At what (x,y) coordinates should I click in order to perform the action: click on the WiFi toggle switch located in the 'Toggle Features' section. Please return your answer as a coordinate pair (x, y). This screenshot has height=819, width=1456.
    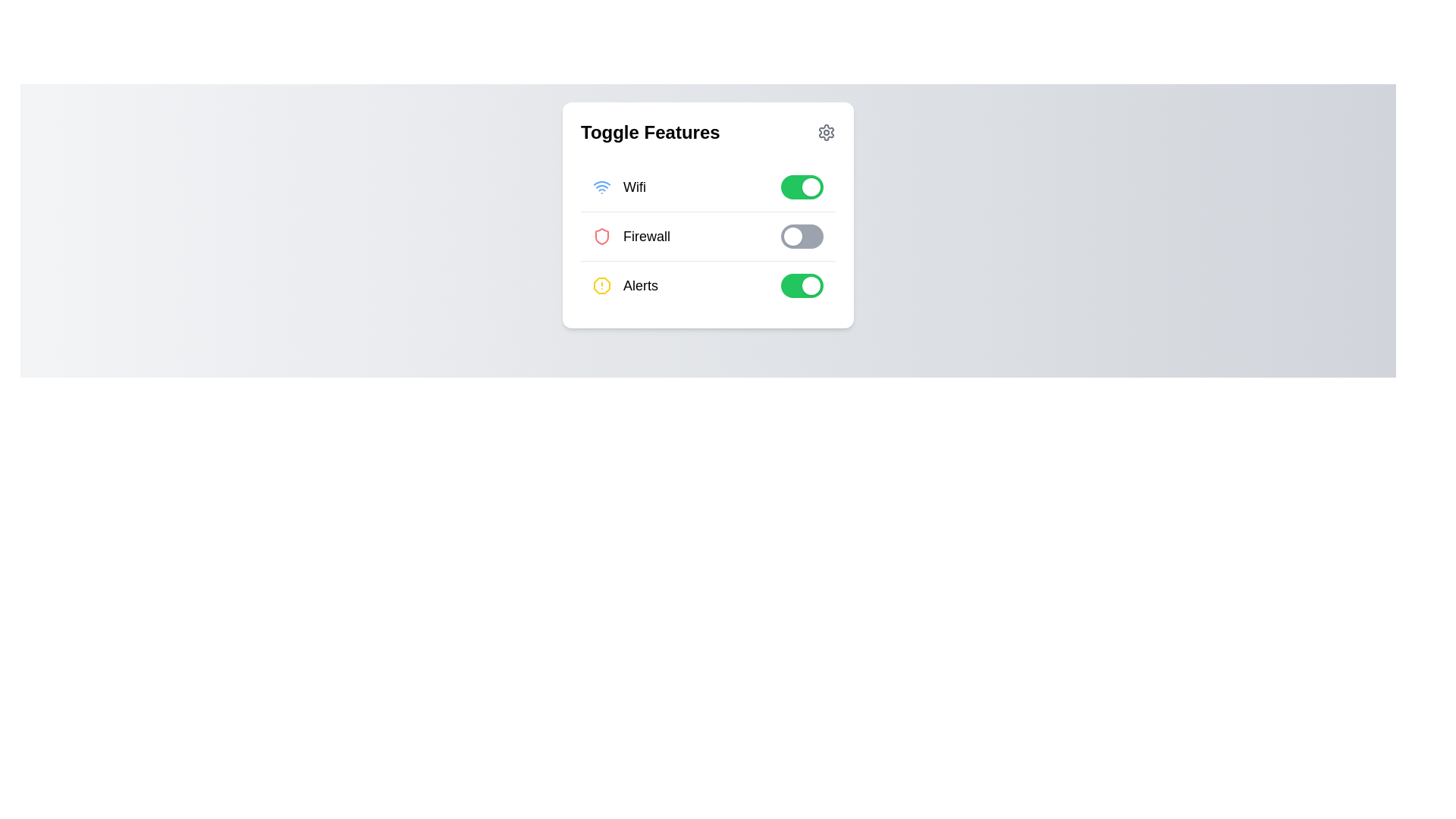
    Looking at the image, I should click on (801, 186).